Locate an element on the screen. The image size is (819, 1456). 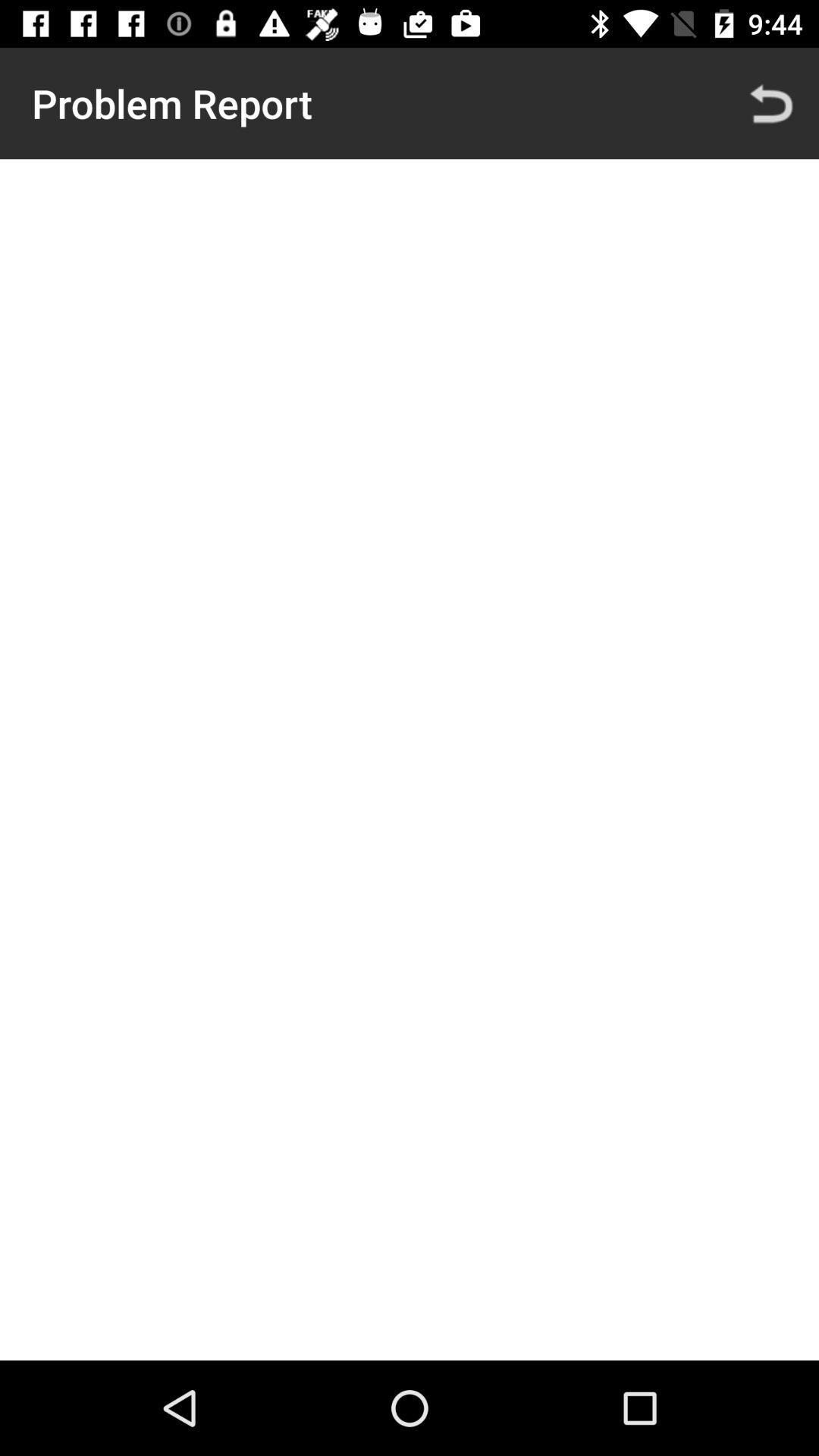
the item at the center is located at coordinates (409, 760).